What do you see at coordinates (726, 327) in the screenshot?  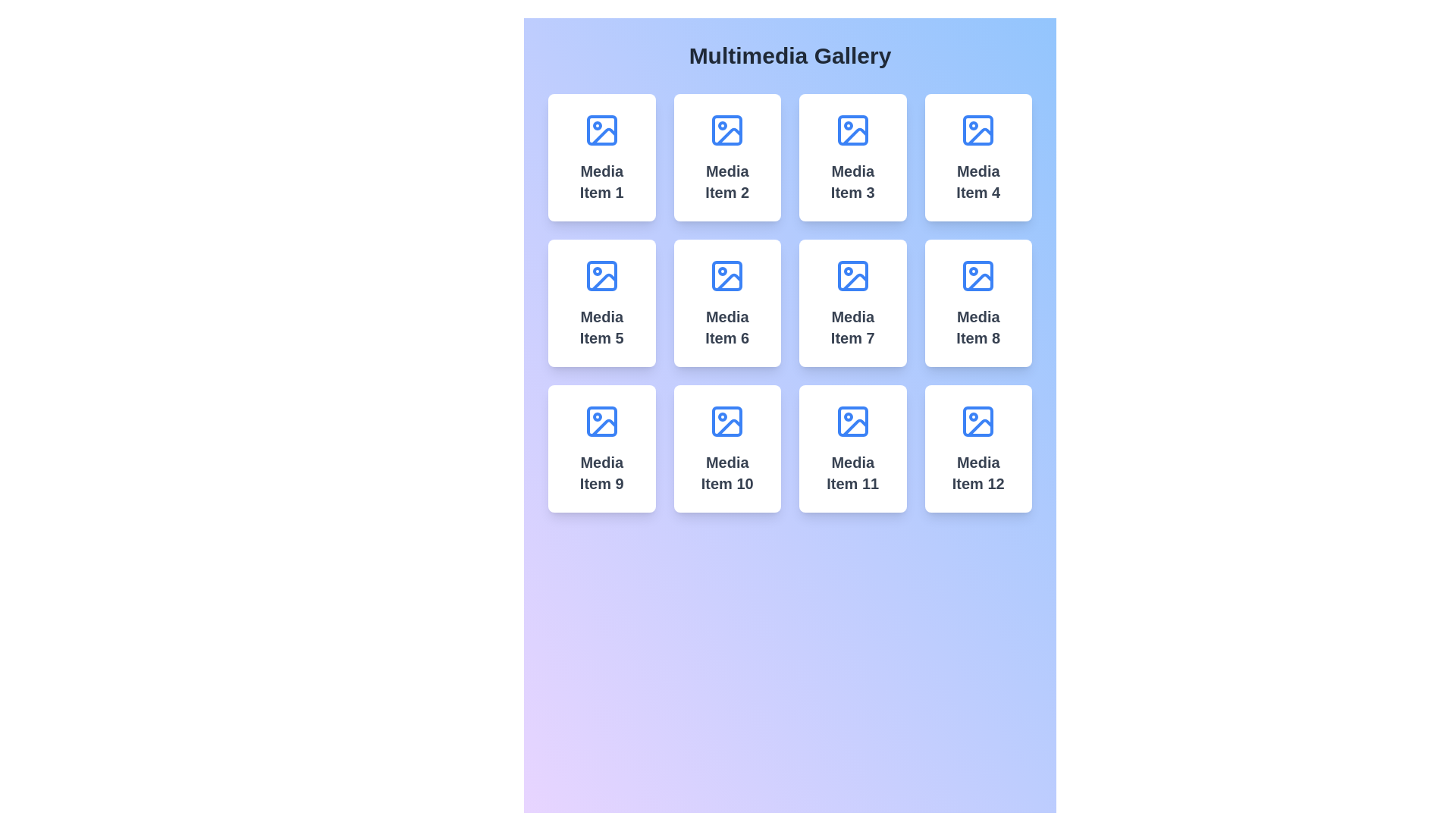 I see `text label in the third row and second column of the grid layout, which serves as the title for the associated media item` at bounding box center [726, 327].